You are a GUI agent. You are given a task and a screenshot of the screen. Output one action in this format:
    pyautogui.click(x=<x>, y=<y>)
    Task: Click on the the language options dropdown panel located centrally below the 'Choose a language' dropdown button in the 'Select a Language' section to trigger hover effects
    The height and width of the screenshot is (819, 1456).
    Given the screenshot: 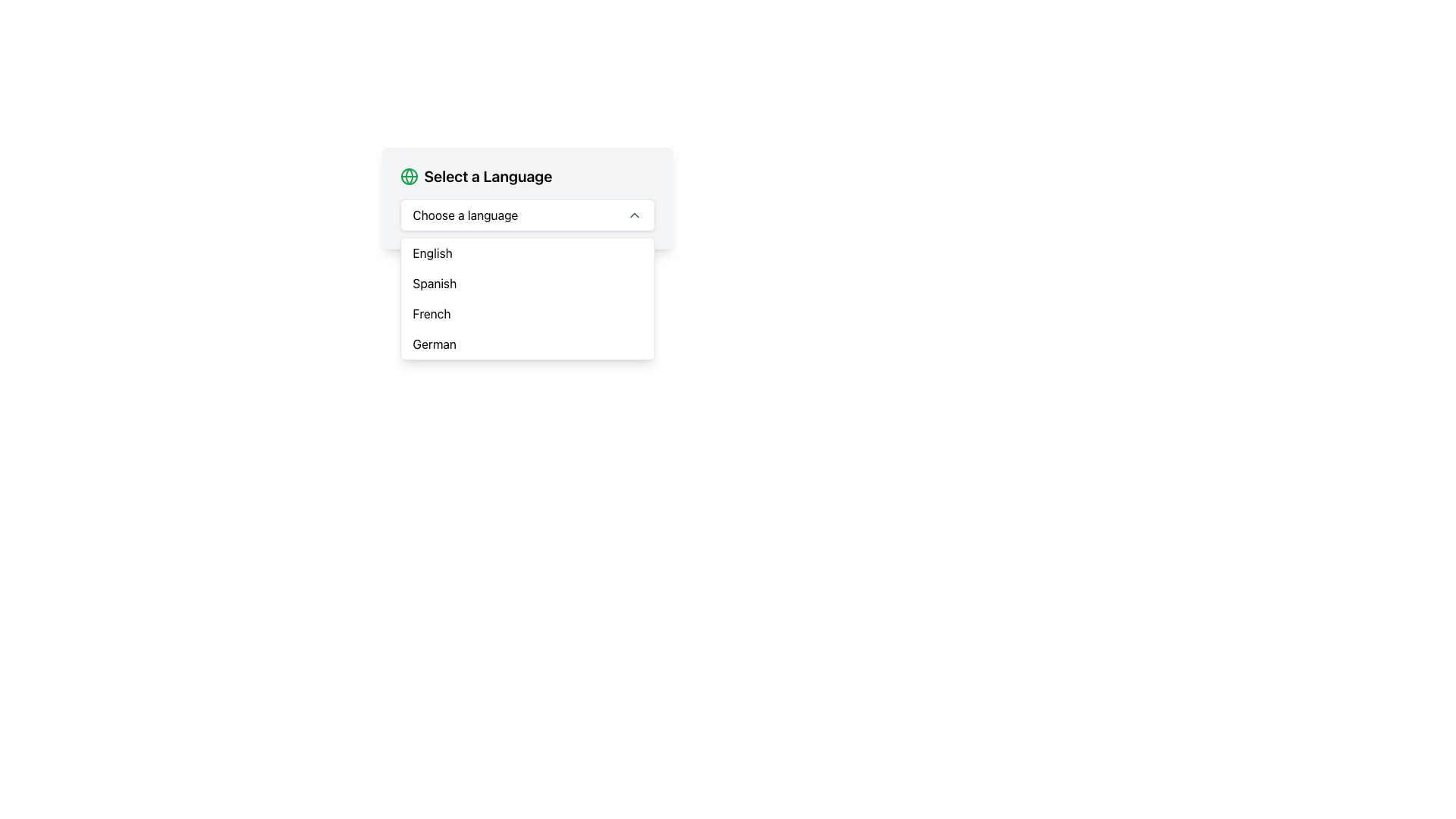 What is the action you would take?
    pyautogui.click(x=527, y=298)
    